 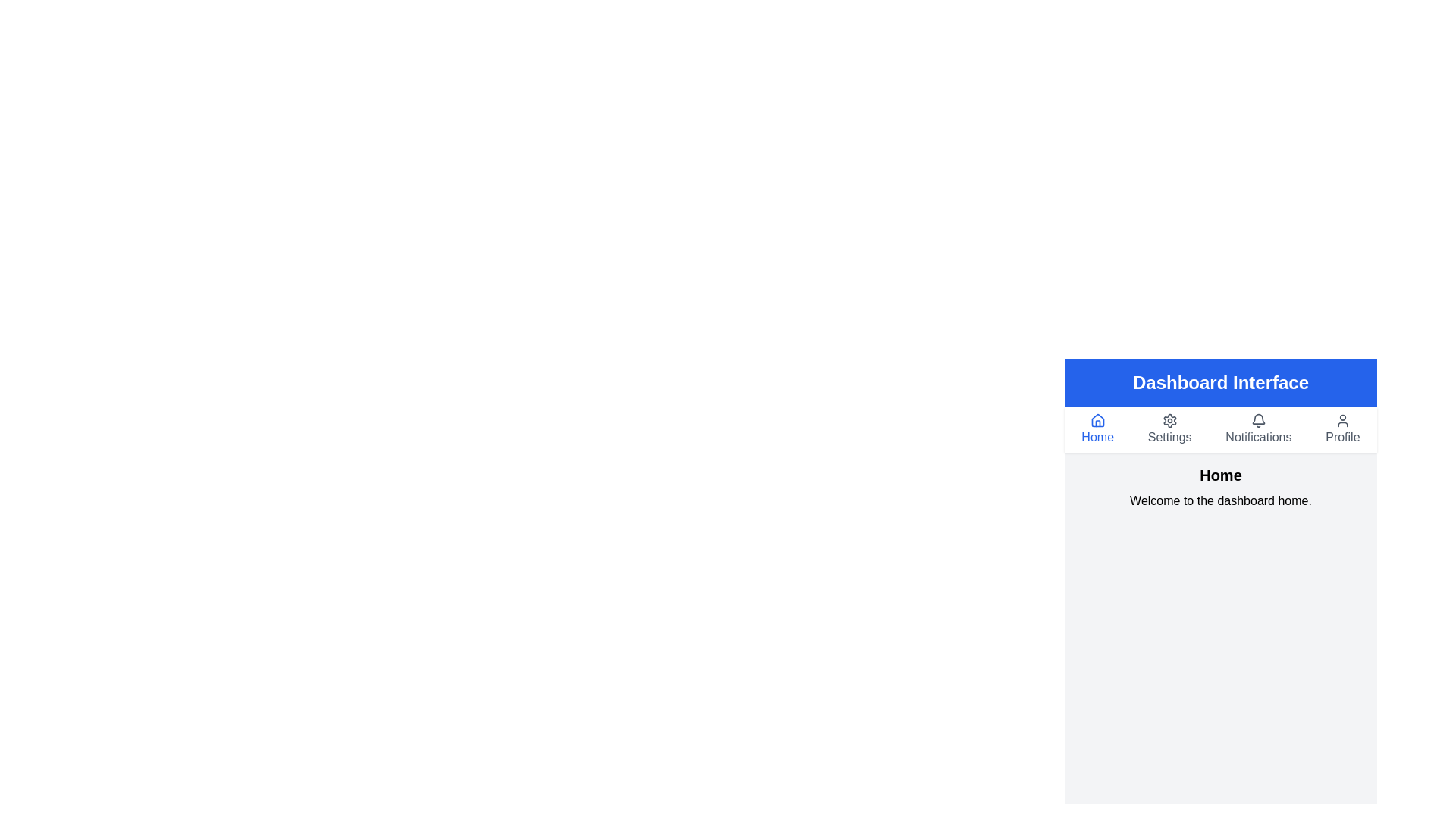 What do you see at coordinates (1258, 421) in the screenshot?
I see `the gray bell-shaped icon` at bounding box center [1258, 421].